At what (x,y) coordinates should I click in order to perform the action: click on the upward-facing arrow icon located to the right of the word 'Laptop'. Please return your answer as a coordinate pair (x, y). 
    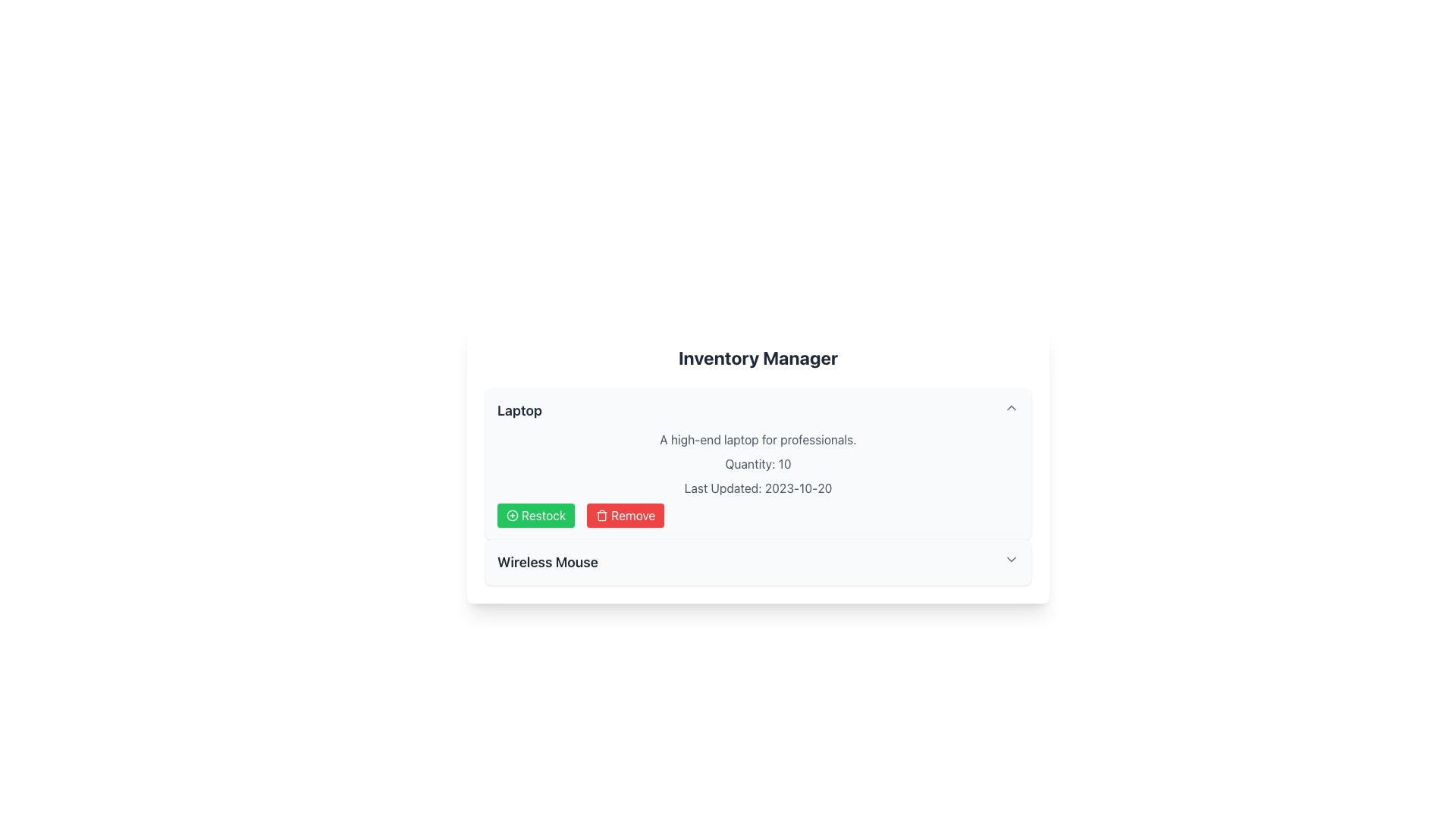
    Looking at the image, I should click on (1012, 406).